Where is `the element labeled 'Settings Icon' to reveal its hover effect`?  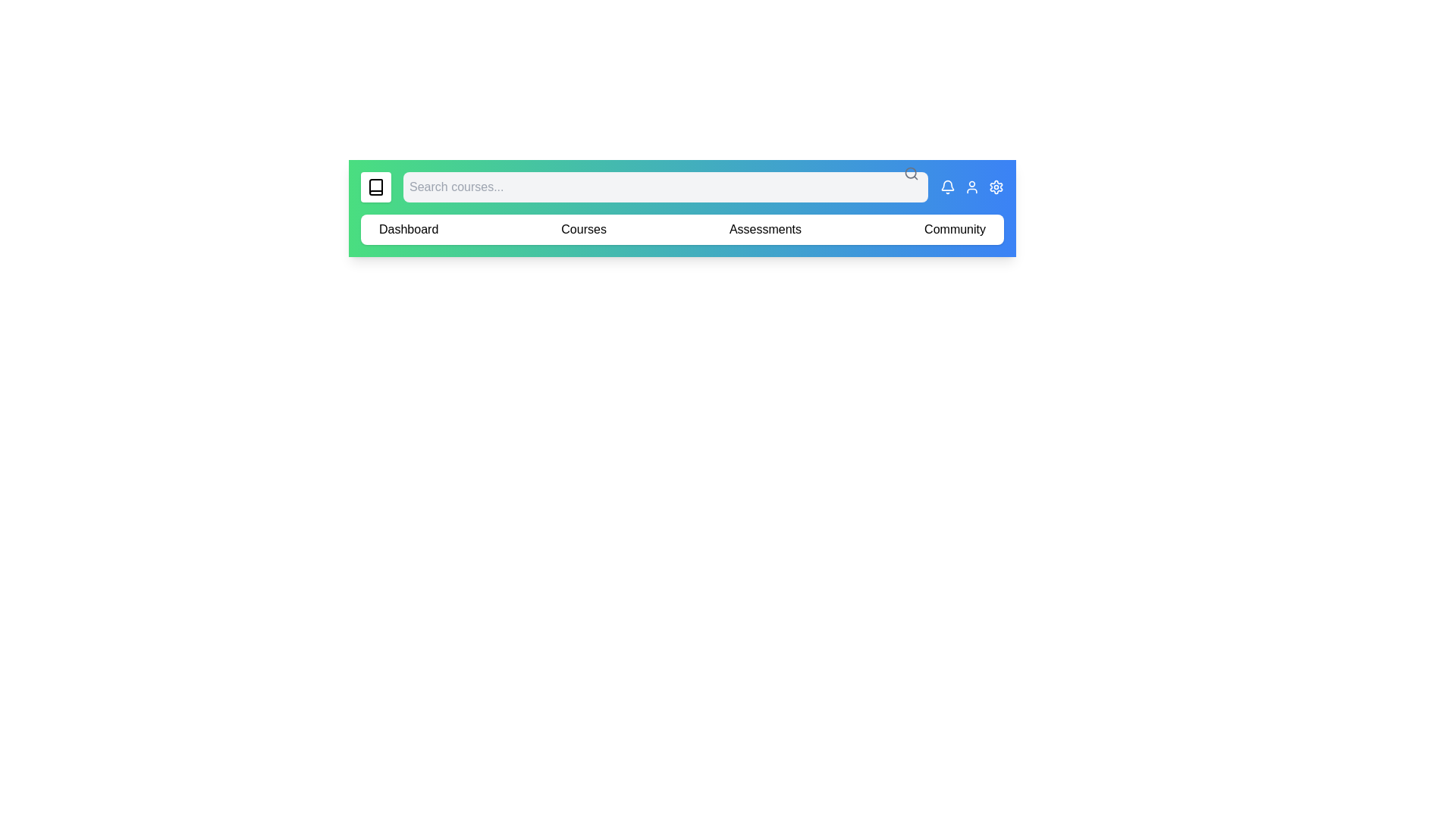 the element labeled 'Settings Icon' to reveal its hover effect is located at coordinates (996, 186).